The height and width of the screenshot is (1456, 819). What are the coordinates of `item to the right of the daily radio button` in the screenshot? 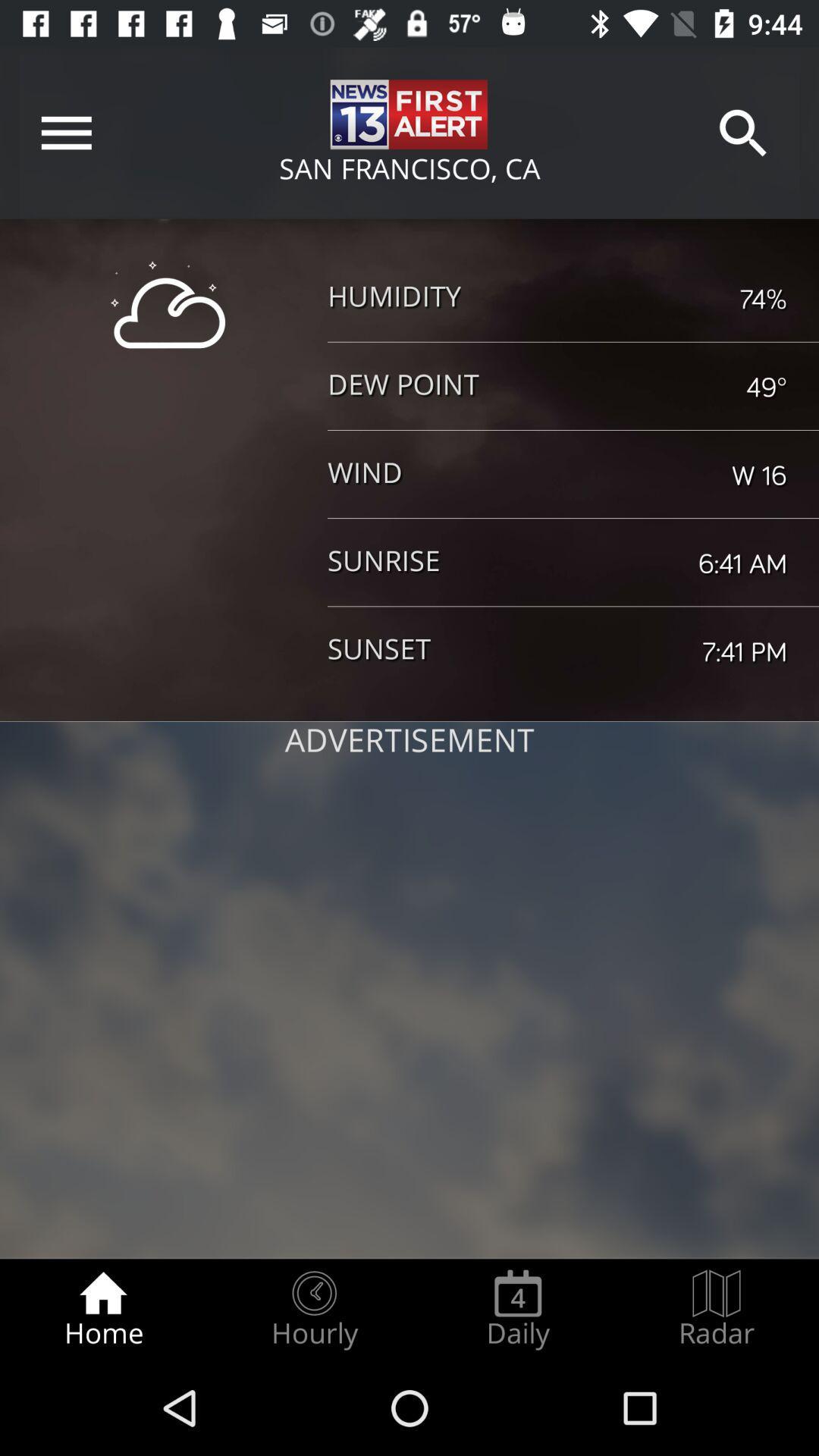 It's located at (717, 1309).